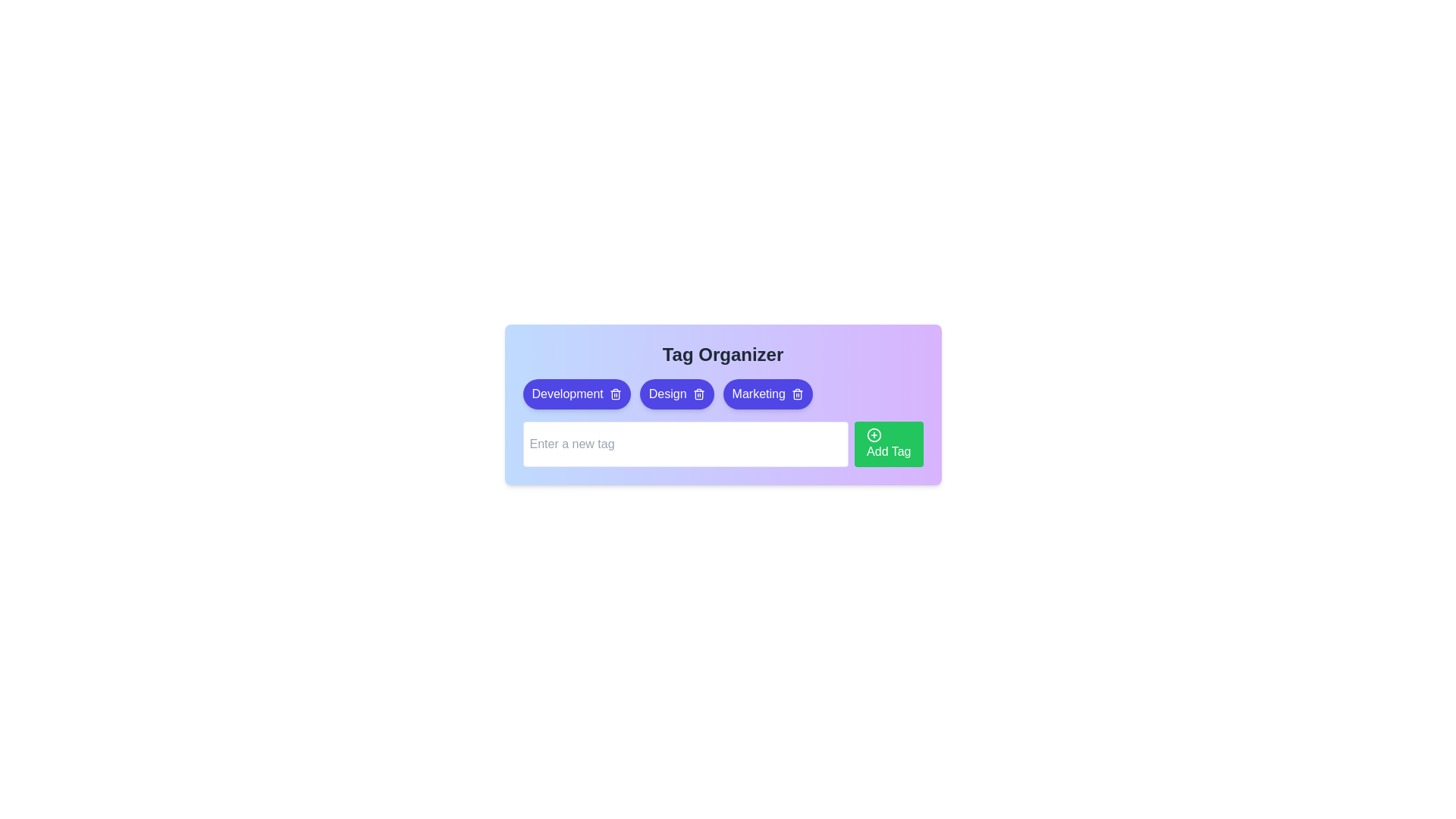 The image size is (1456, 819). What do you see at coordinates (615, 394) in the screenshot?
I see `the delete icon button located at the right end of the 'Development' tag` at bounding box center [615, 394].